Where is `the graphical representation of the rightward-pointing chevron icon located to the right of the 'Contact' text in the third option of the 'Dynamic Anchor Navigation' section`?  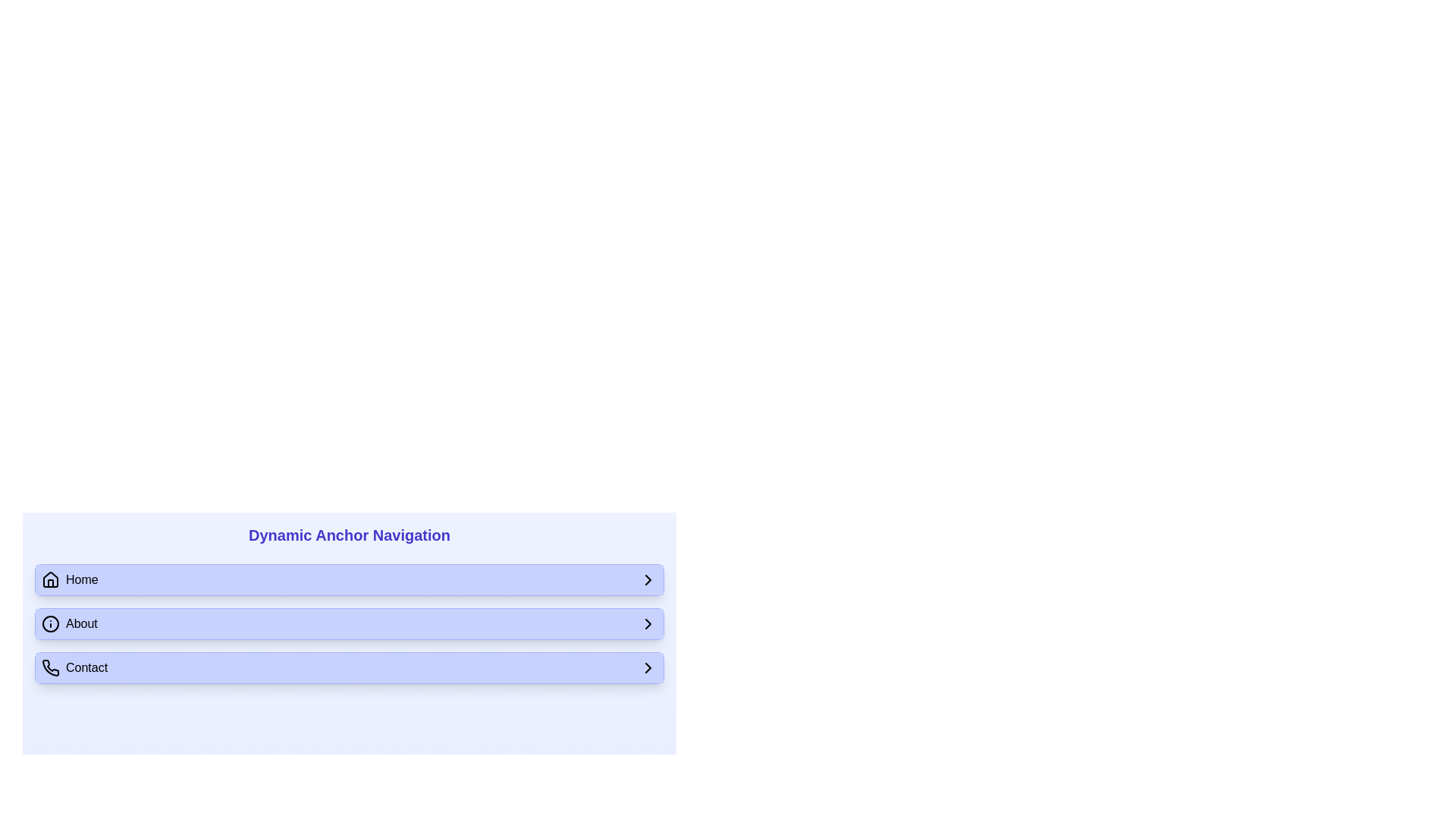
the graphical representation of the rightward-pointing chevron icon located to the right of the 'Contact' text in the third option of the 'Dynamic Anchor Navigation' section is located at coordinates (648, 623).